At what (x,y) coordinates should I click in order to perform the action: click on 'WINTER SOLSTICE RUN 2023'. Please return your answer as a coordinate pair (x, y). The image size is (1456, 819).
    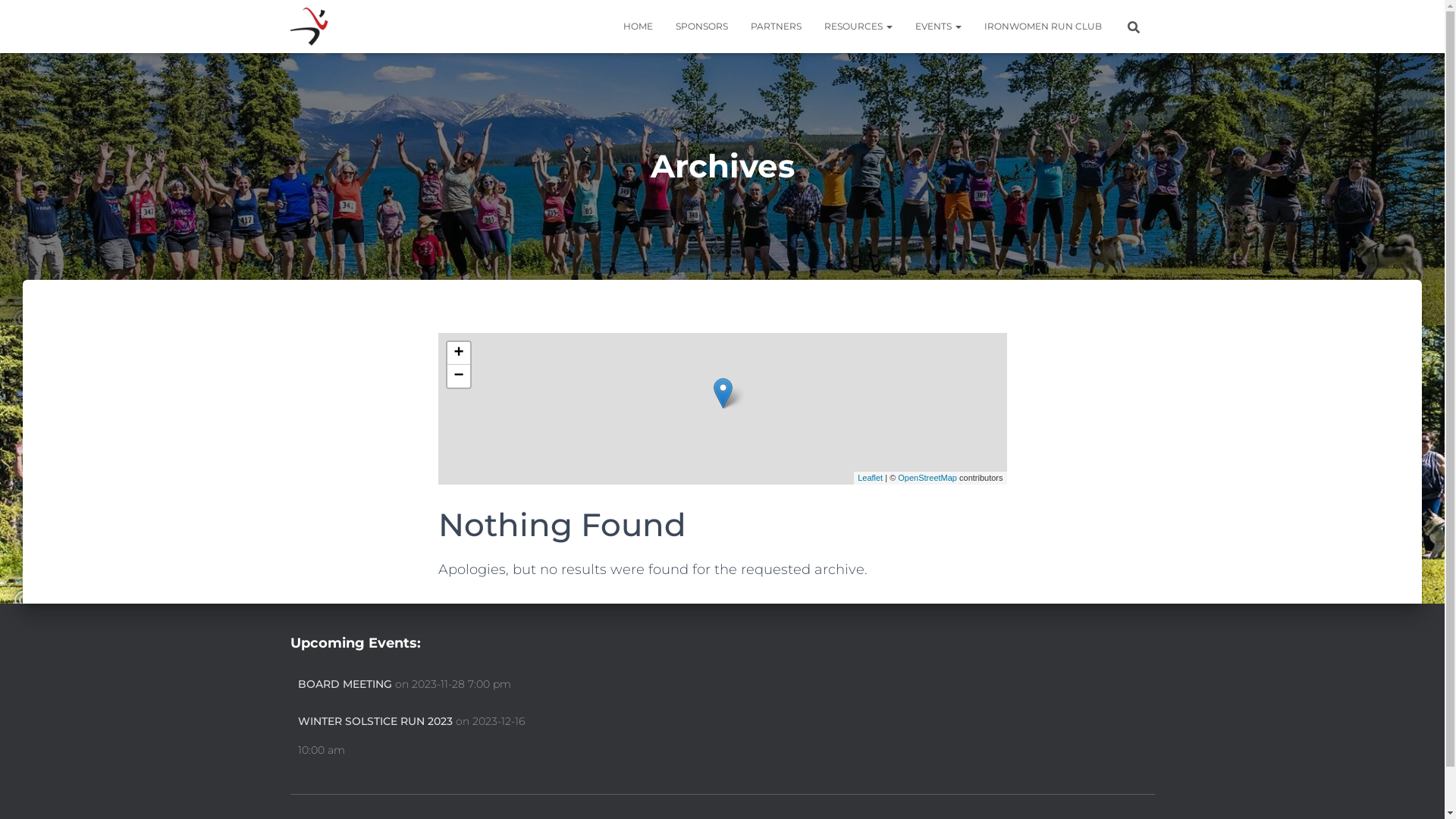
    Looking at the image, I should click on (375, 721).